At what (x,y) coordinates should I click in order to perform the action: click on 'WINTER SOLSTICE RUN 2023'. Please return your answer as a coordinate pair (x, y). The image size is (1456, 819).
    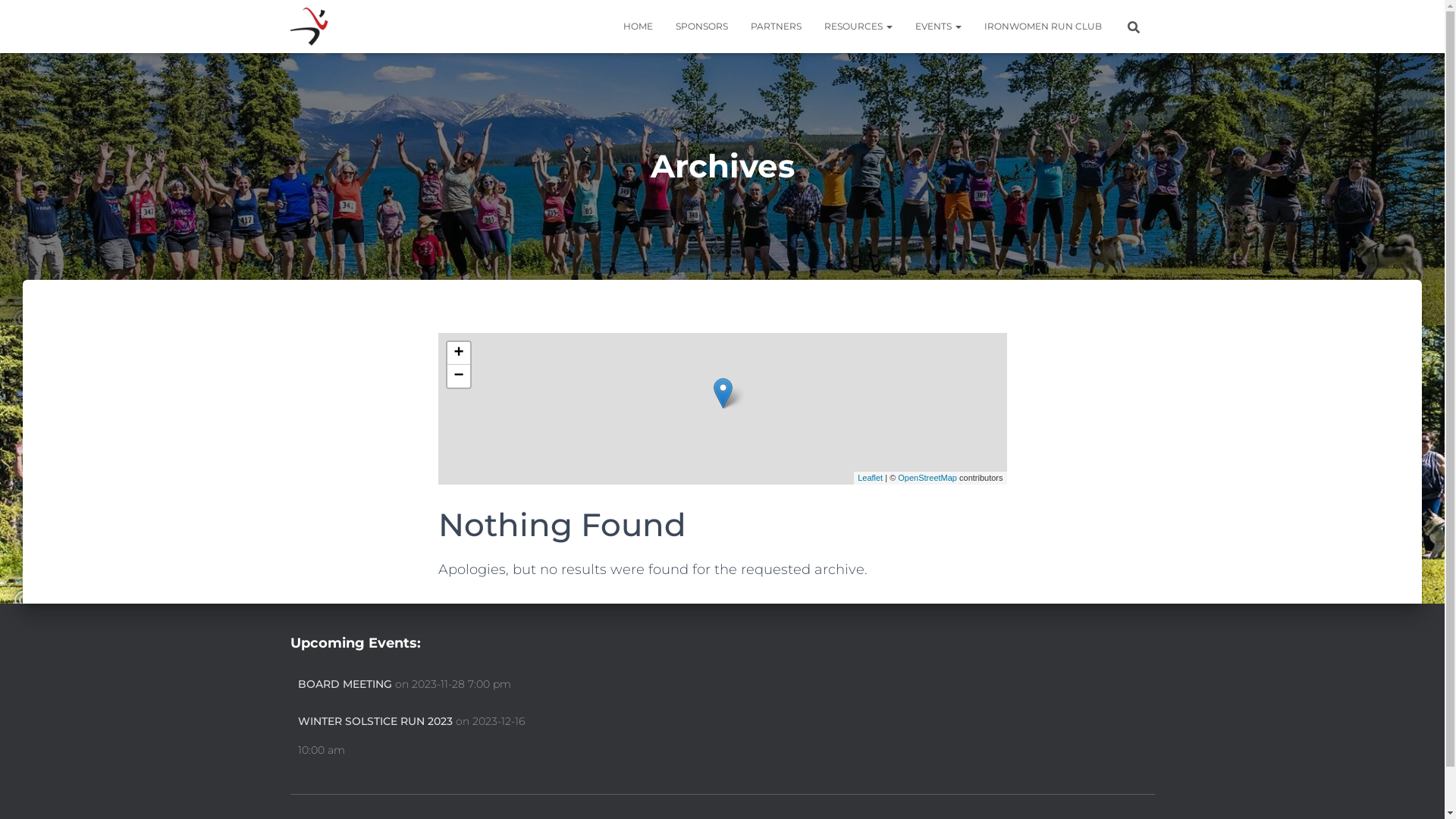
    Looking at the image, I should click on (375, 721).